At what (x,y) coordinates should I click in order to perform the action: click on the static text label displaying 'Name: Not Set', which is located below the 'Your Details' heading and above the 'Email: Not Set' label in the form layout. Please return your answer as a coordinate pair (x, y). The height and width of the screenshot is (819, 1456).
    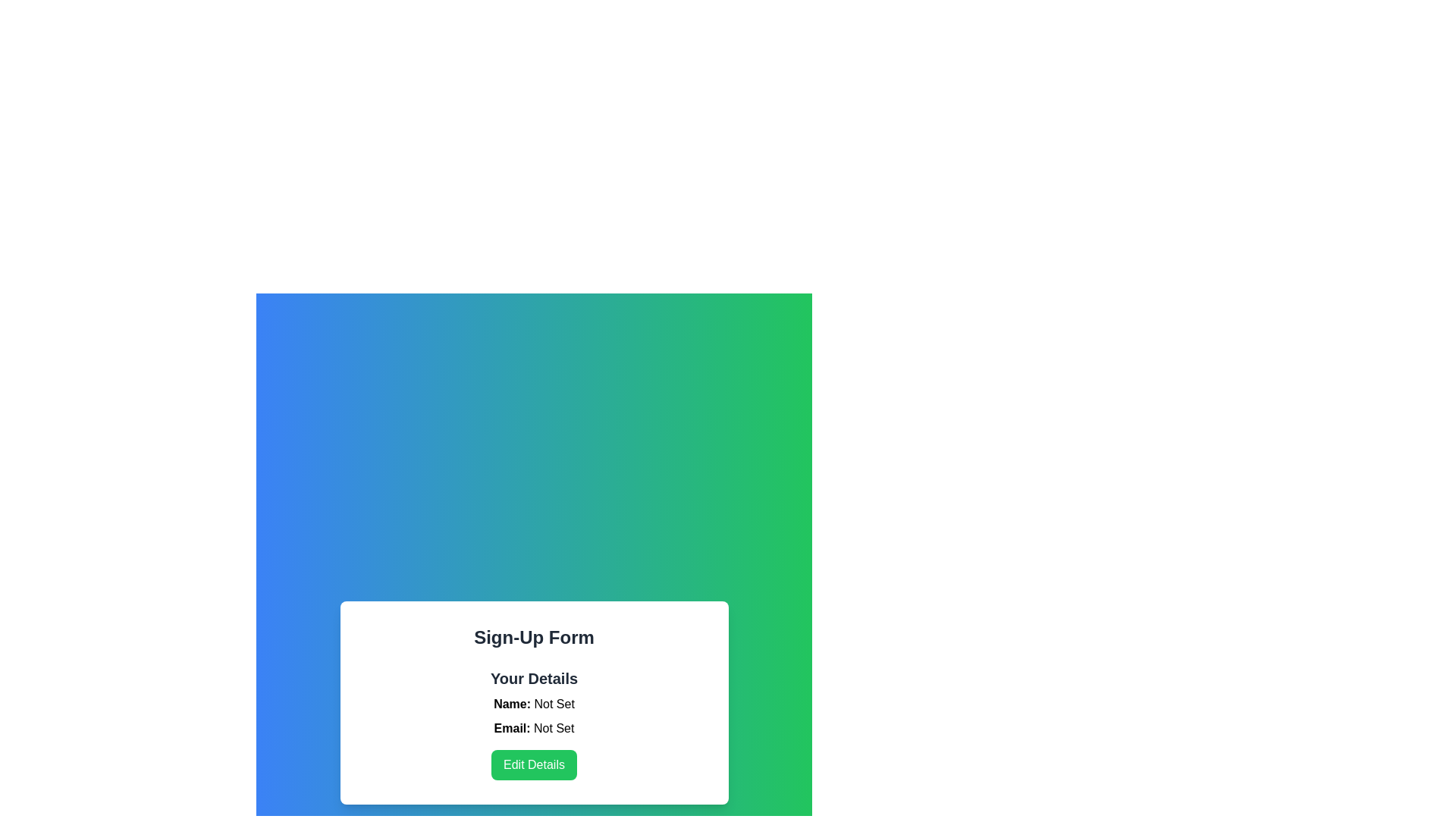
    Looking at the image, I should click on (534, 704).